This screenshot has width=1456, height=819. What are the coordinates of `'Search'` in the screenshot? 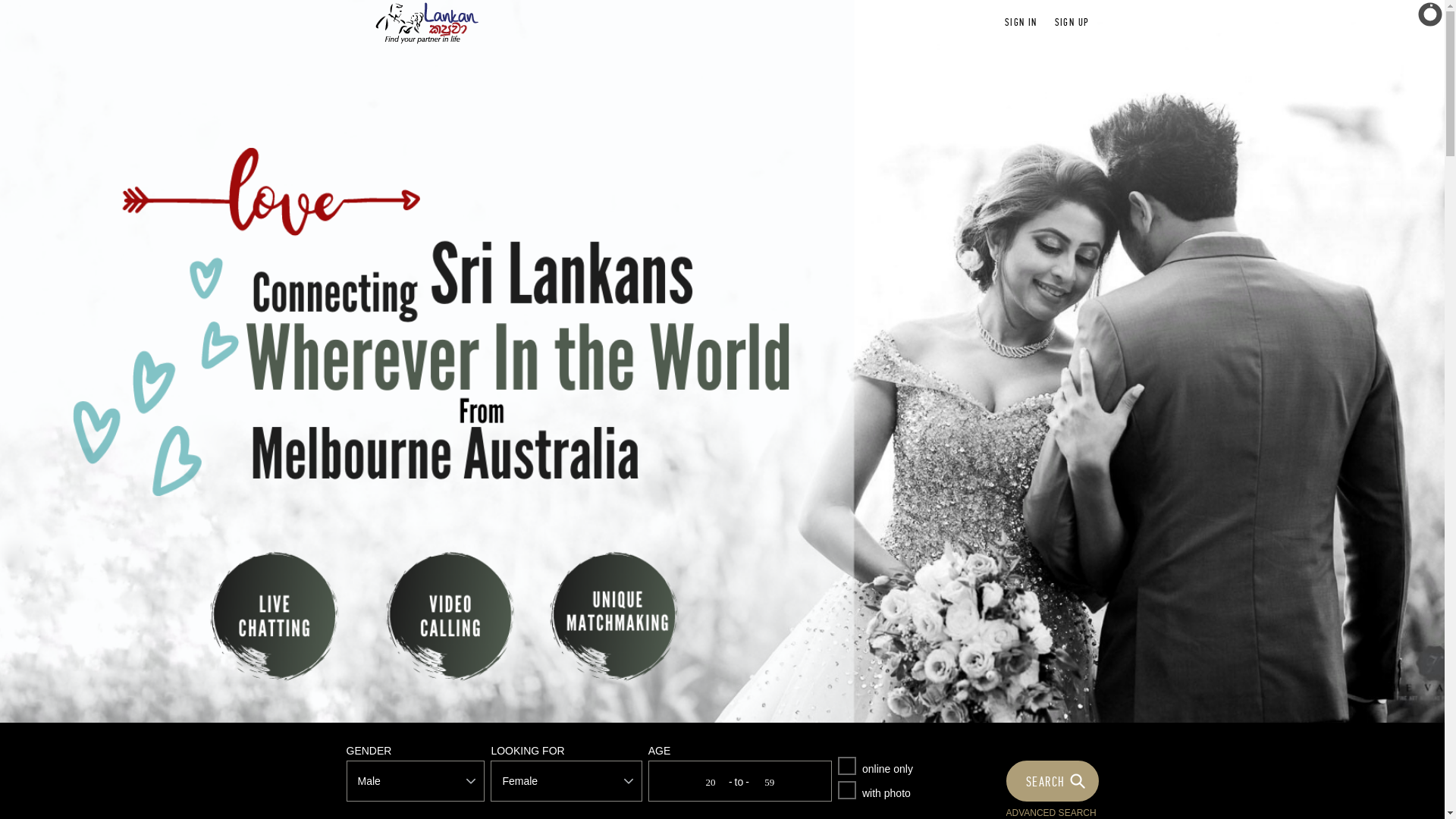 It's located at (1053, 780).